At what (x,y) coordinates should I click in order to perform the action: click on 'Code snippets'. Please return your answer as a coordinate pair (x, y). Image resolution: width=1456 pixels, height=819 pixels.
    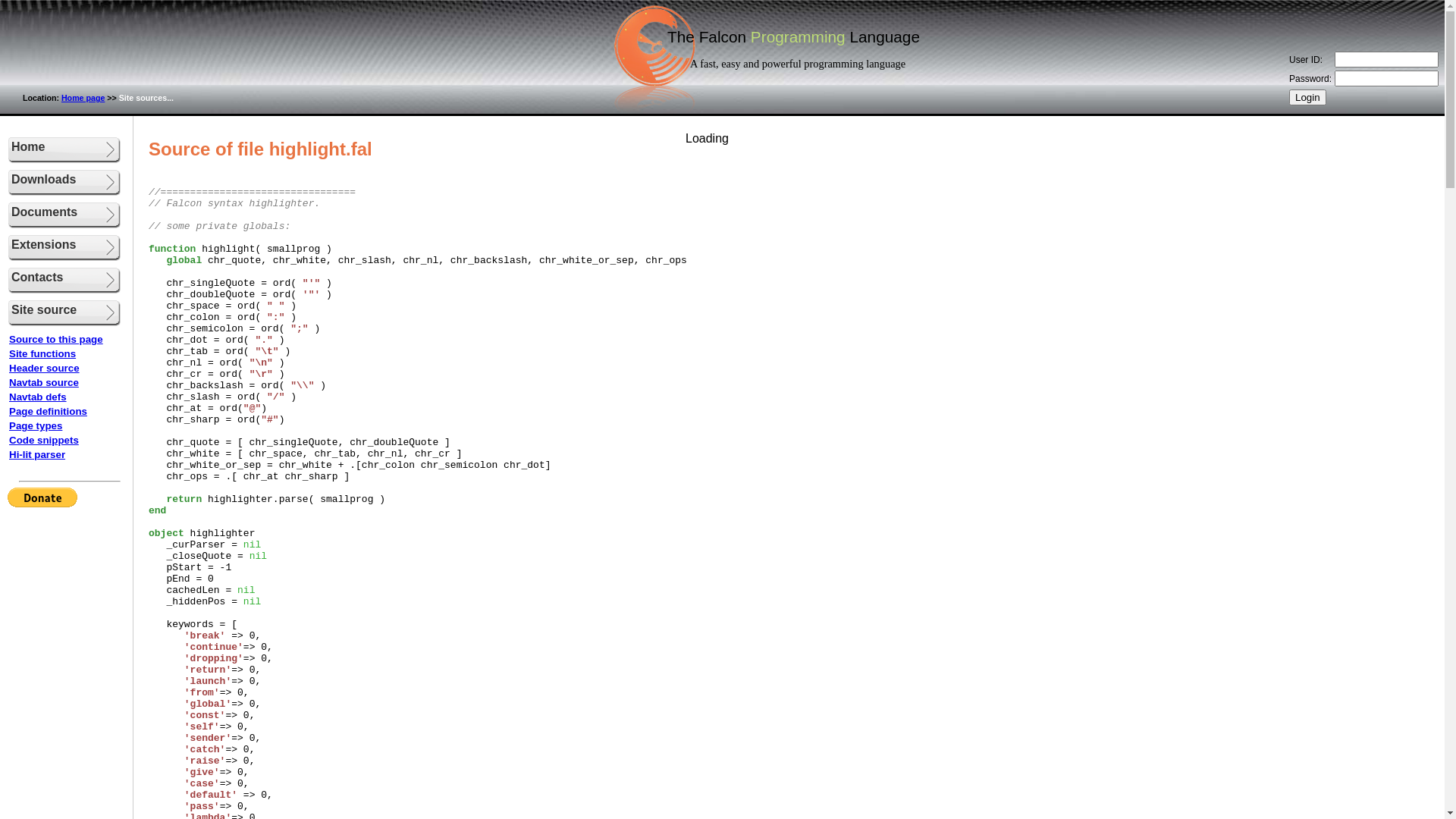
    Looking at the image, I should click on (43, 440).